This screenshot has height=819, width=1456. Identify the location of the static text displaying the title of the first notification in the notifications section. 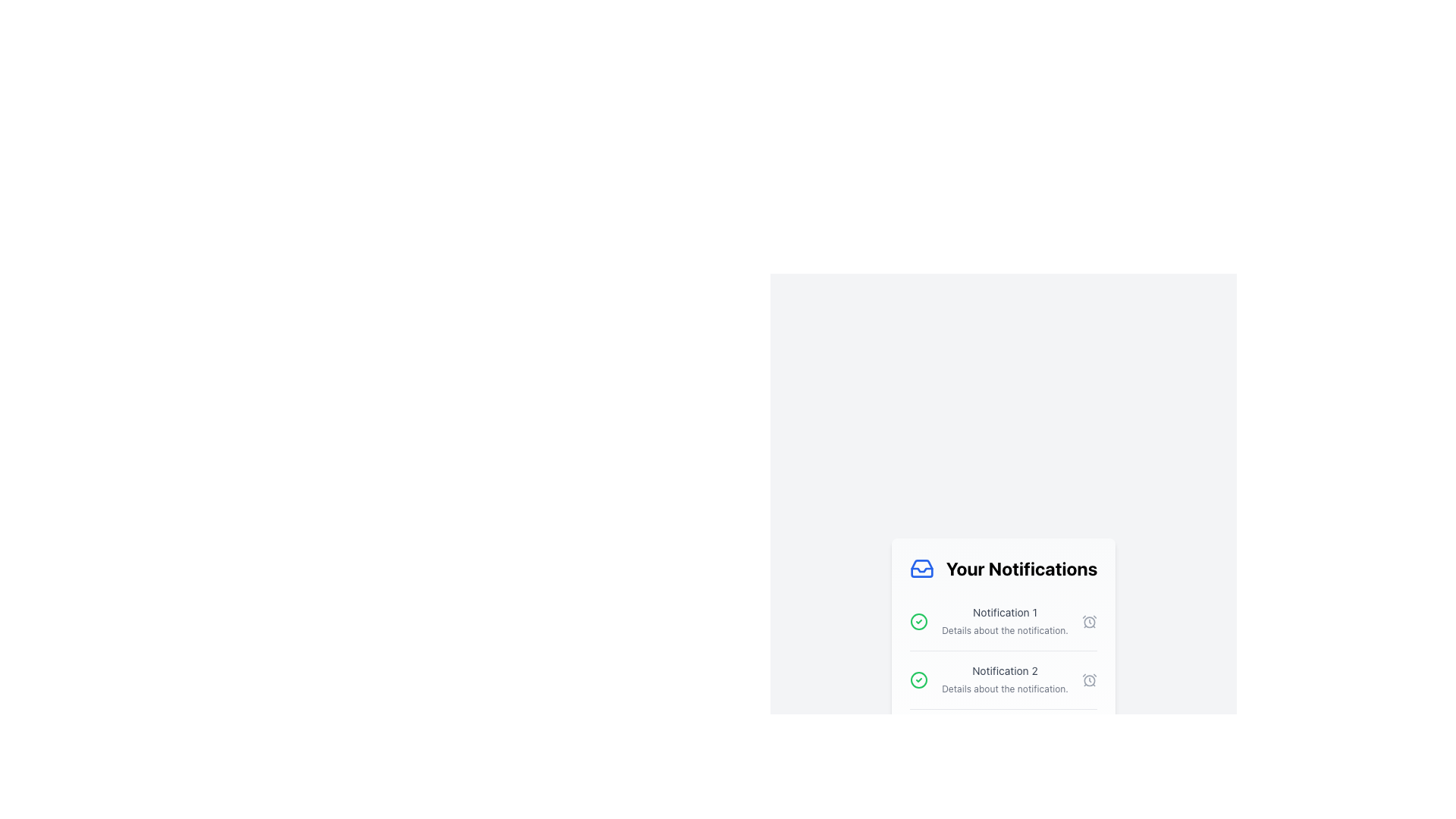
(1005, 611).